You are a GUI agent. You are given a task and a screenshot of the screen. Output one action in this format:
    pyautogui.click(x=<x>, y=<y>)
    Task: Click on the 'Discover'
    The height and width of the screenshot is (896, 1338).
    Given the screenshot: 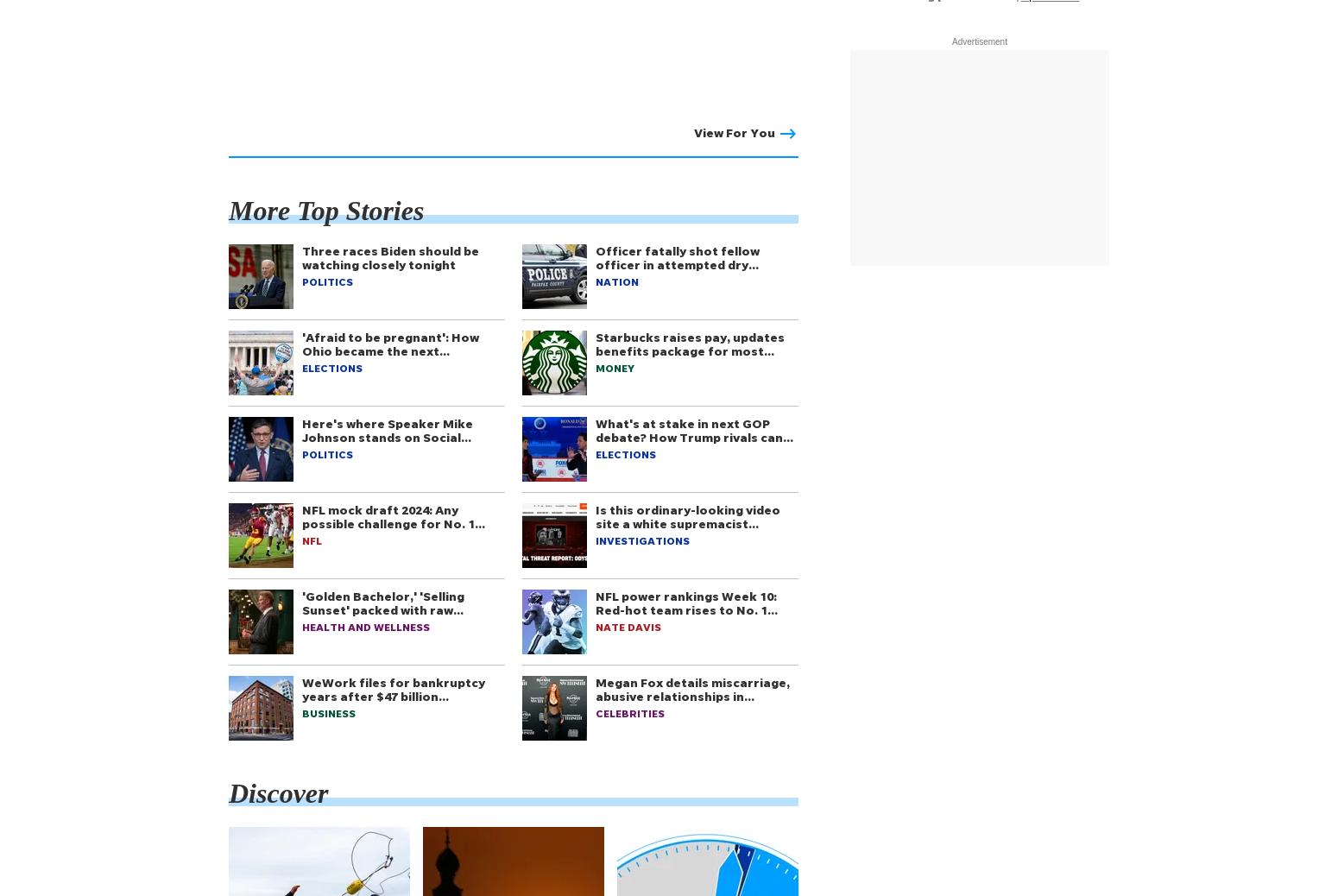 What is the action you would take?
    pyautogui.click(x=277, y=793)
    